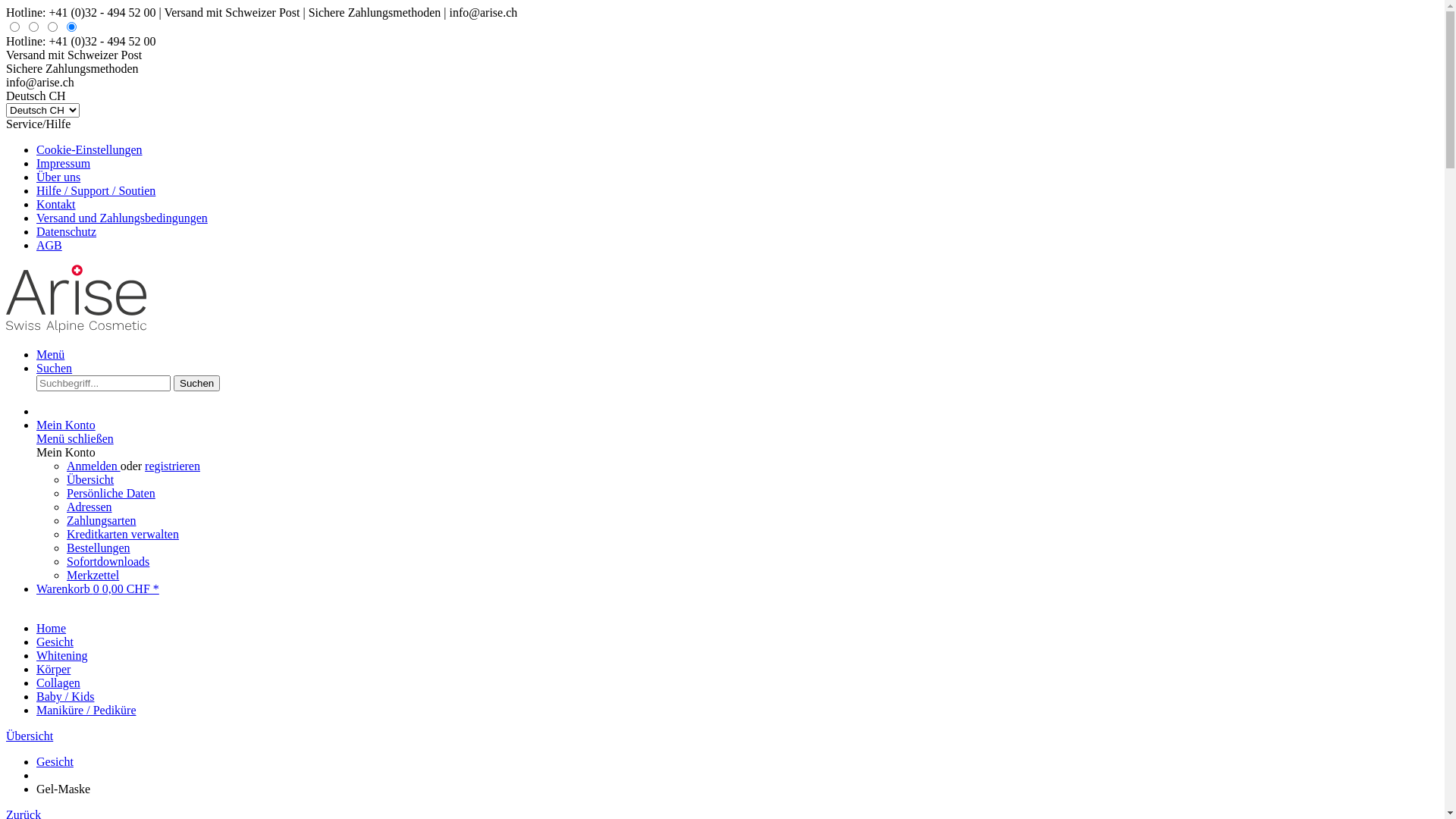 The image size is (1456, 819). Describe the element at coordinates (55, 203) in the screenshot. I see `'Kontakt'` at that location.